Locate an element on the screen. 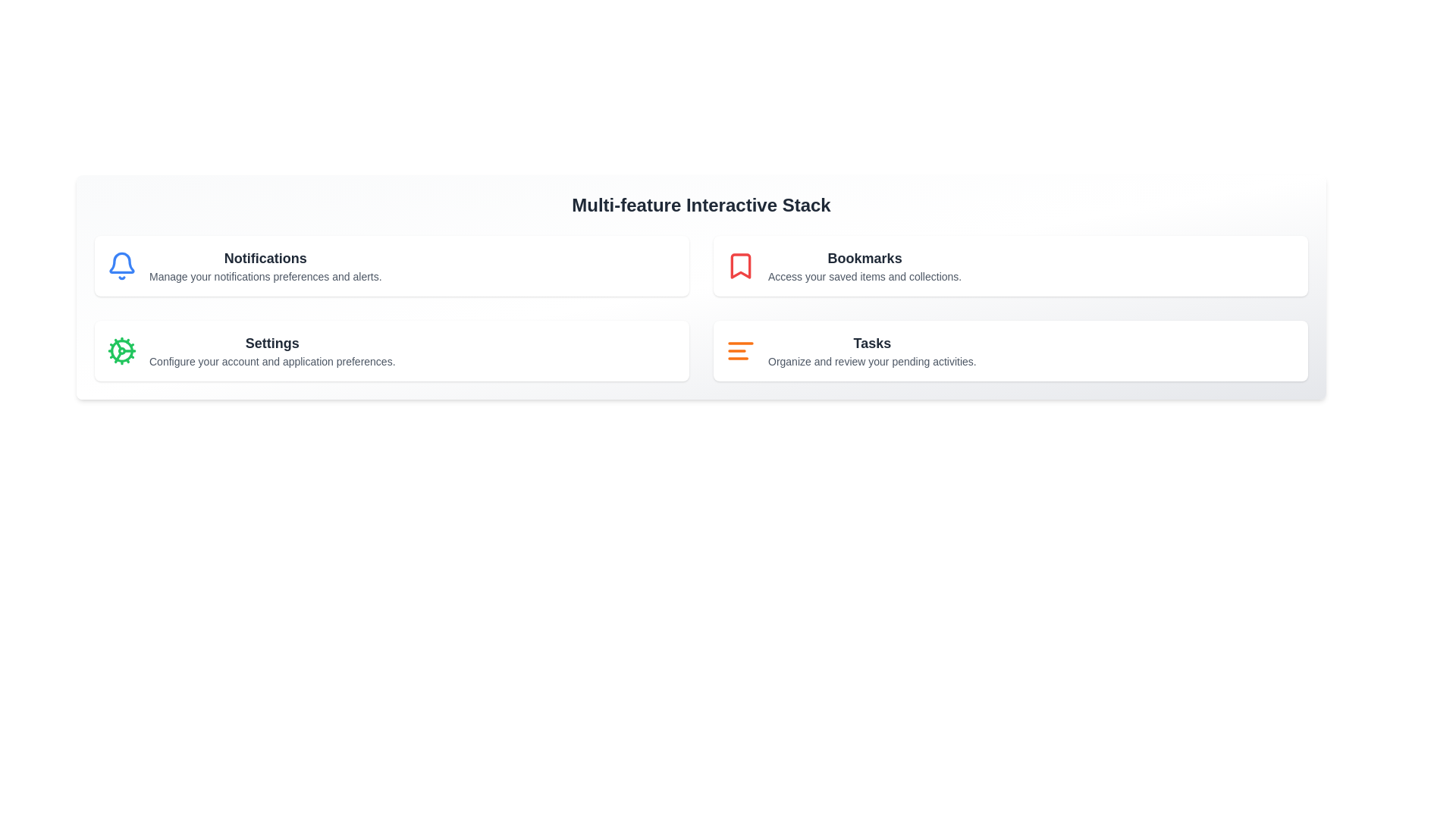 Image resolution: width=1456 pixels, height=819 pixels. the text element displaying 'Configure your account and application preferences.' located below the 'Settings' title is located at coordinates (272, 362).